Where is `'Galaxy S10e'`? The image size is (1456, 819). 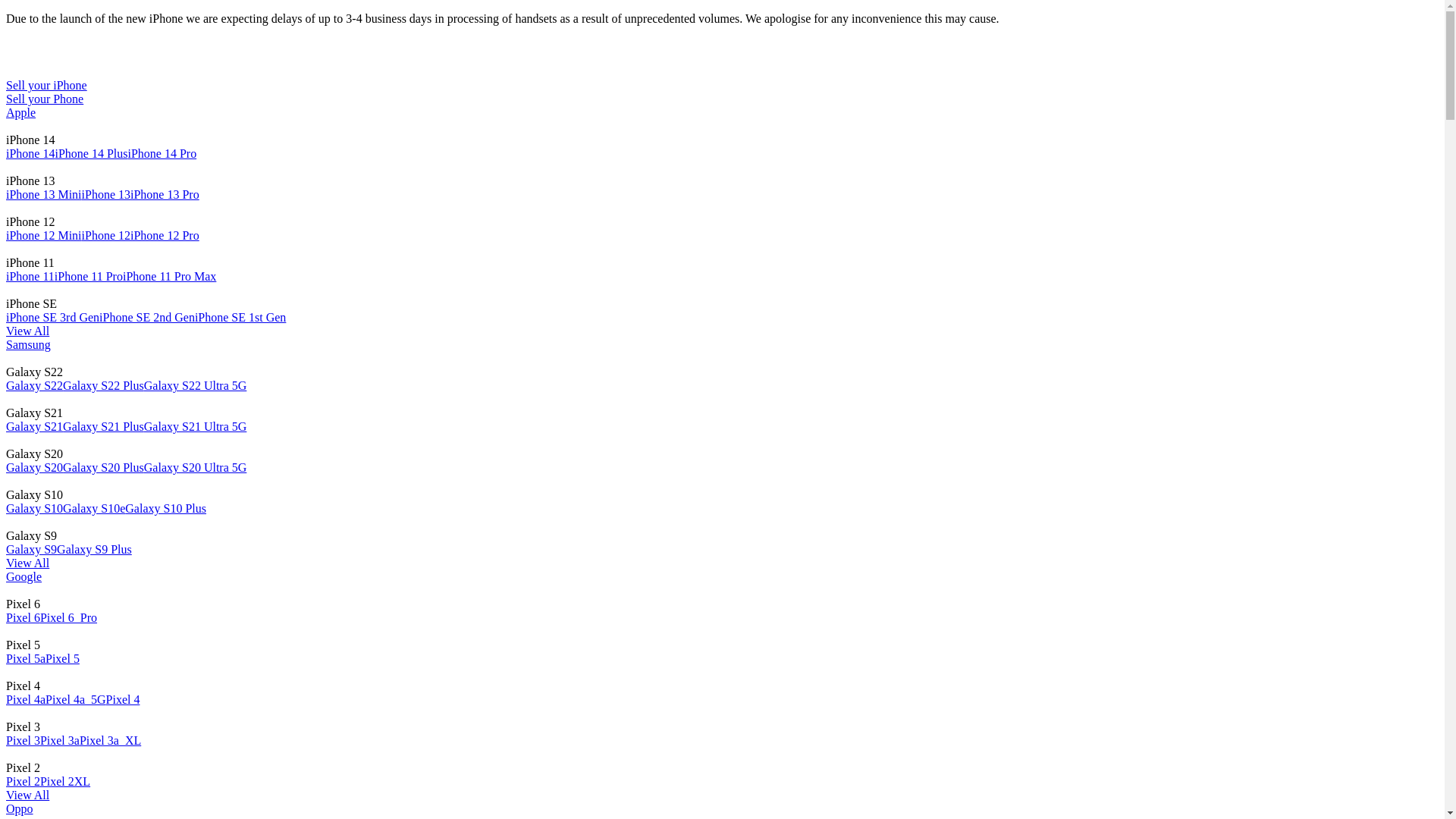 'Galaxy S10e' is located at coordinates (93, 508).